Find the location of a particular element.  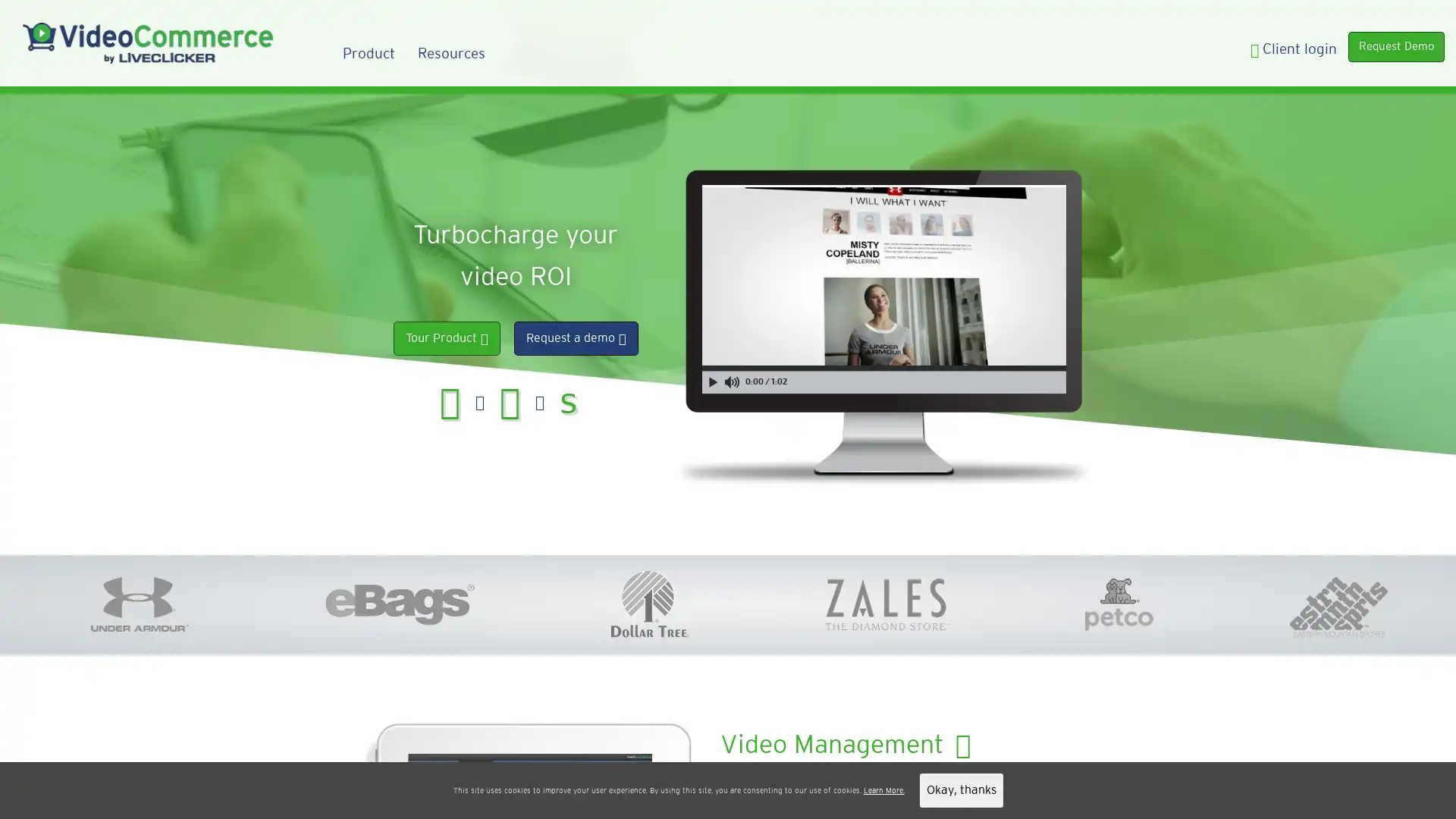

Request Demo is located at coordinates (1392, 47).